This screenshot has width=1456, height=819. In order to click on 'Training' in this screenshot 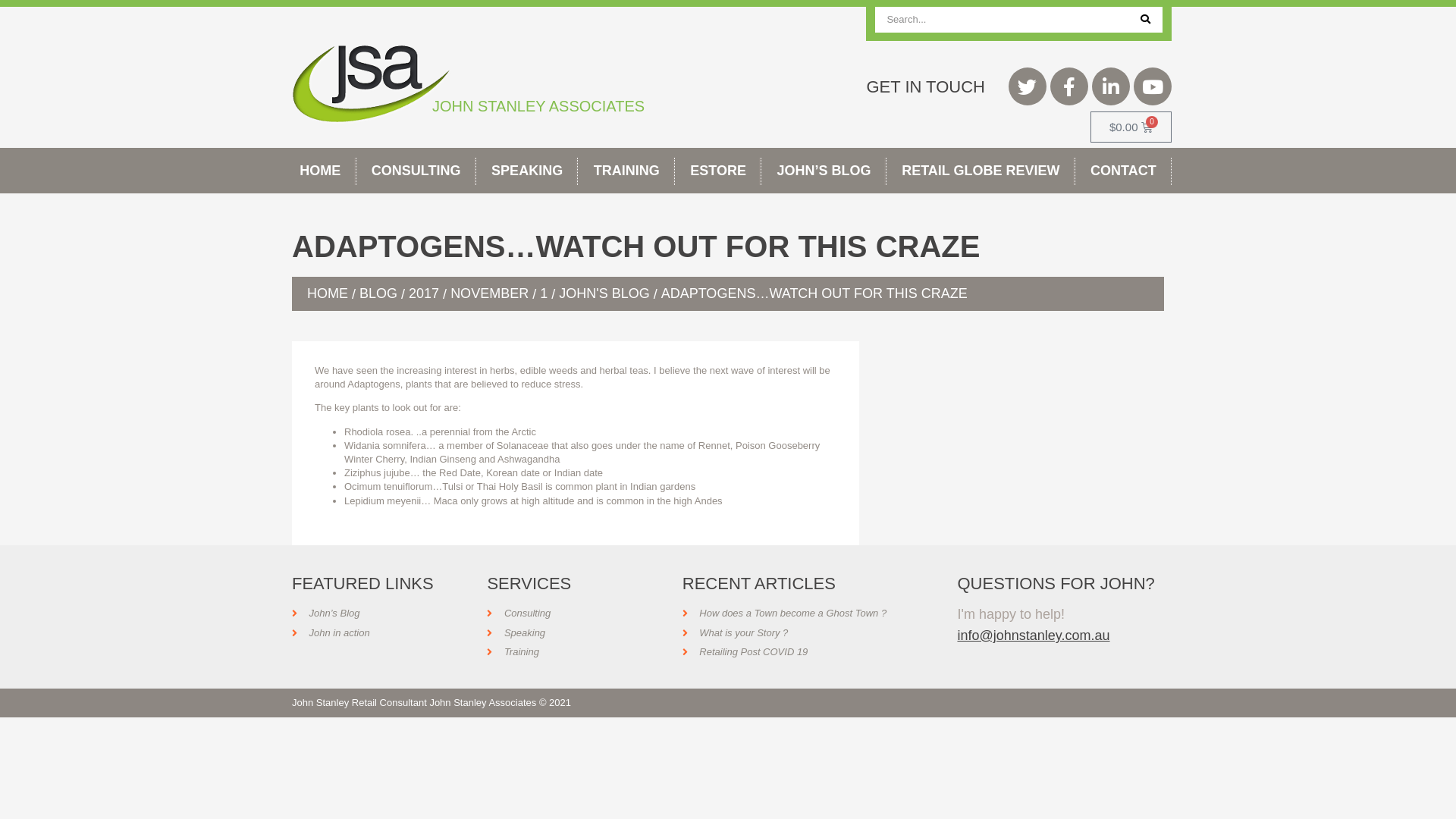, I will do `click(513, 651)`.